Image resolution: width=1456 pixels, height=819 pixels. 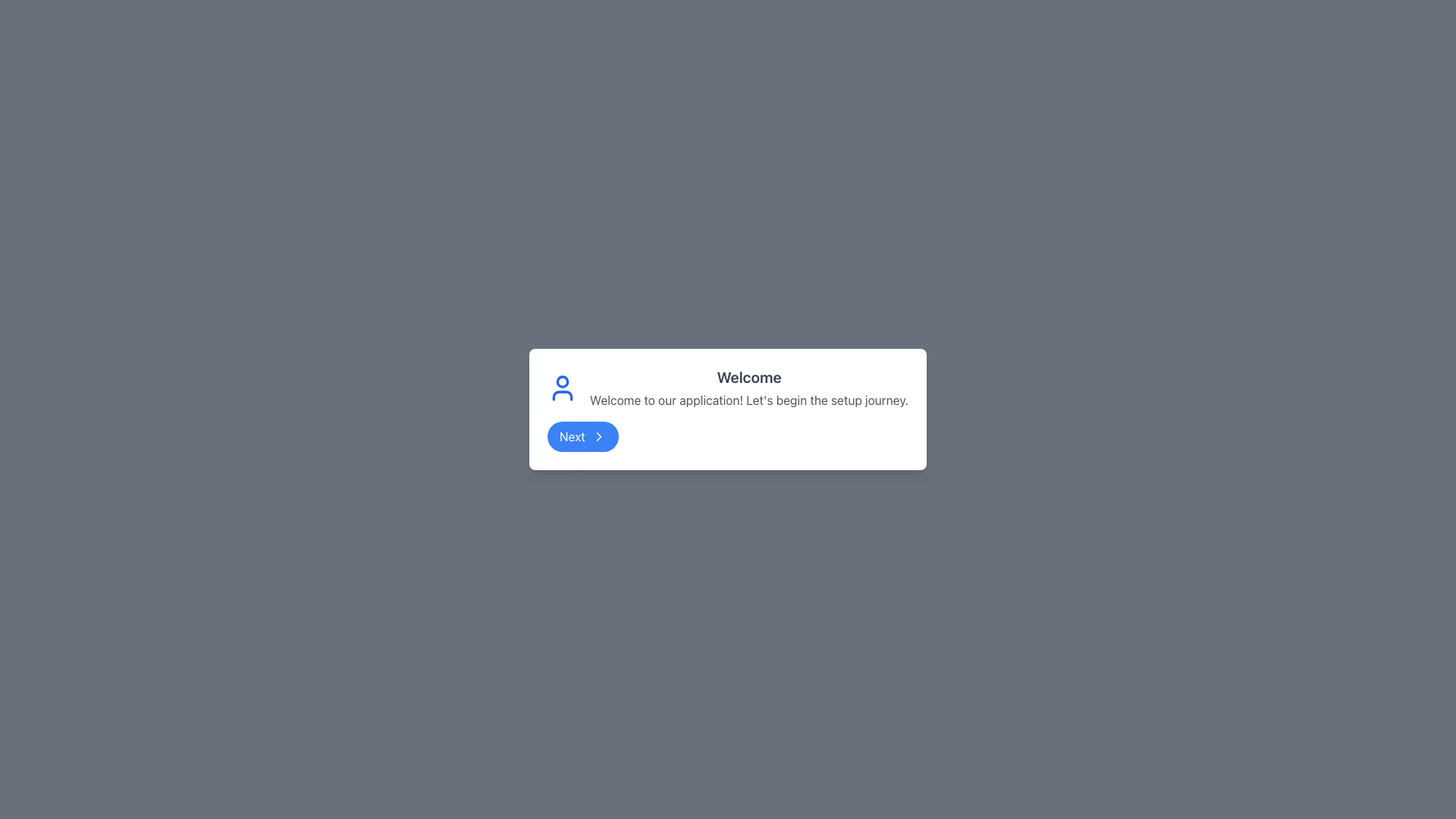 I want to click on the descriptive text with icon that includes a user icon and the text 'Welcome' and 'Welcome to our application! Let's begin the setup journey.', so click(x=728, y=388).